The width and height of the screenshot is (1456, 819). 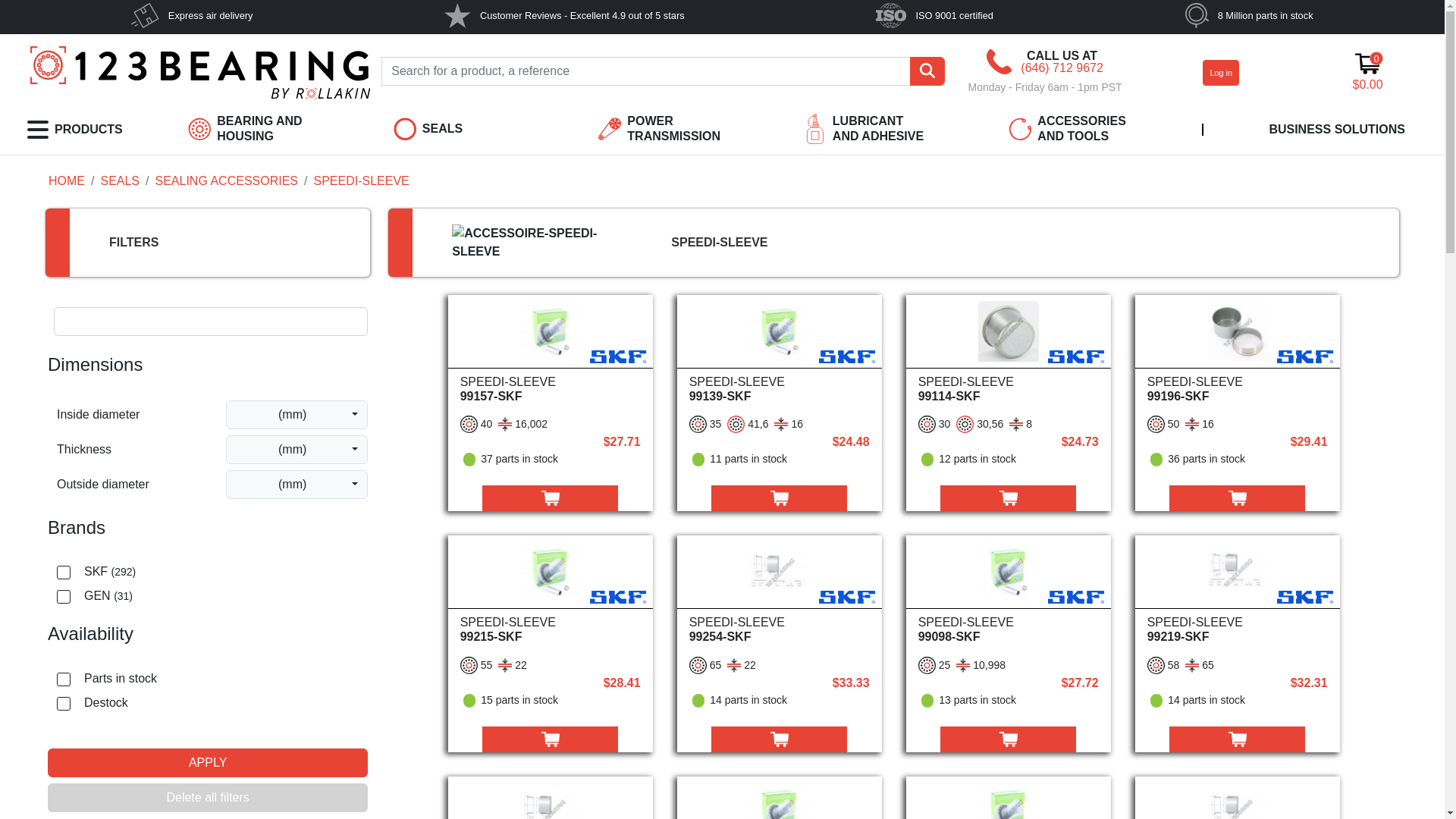 What do you see at coordinates (74, 130) in the screenshot?
I see `'PRODUCTS'` at bounding box center [74, 130].